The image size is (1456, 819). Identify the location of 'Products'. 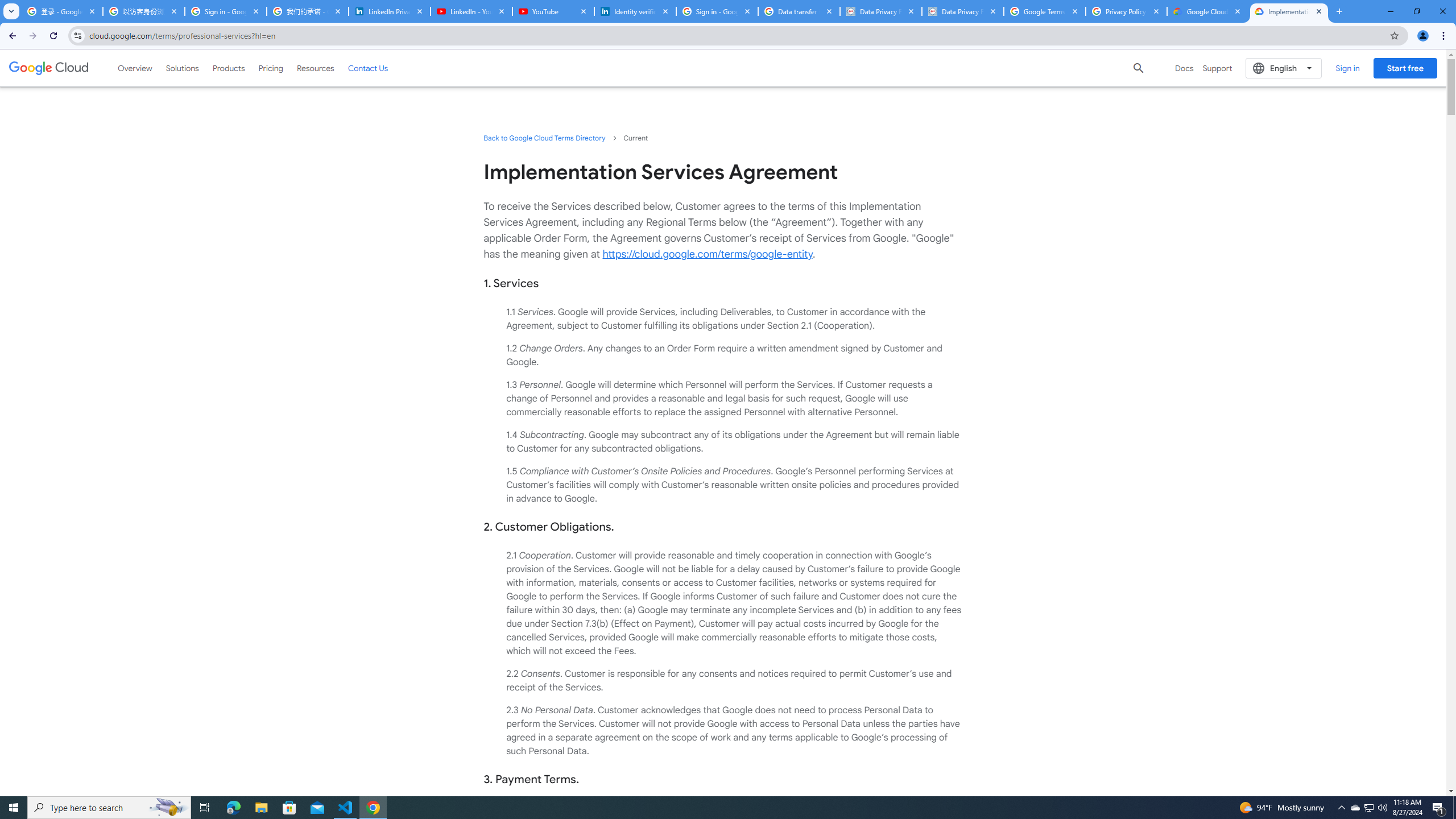
(227, 67).